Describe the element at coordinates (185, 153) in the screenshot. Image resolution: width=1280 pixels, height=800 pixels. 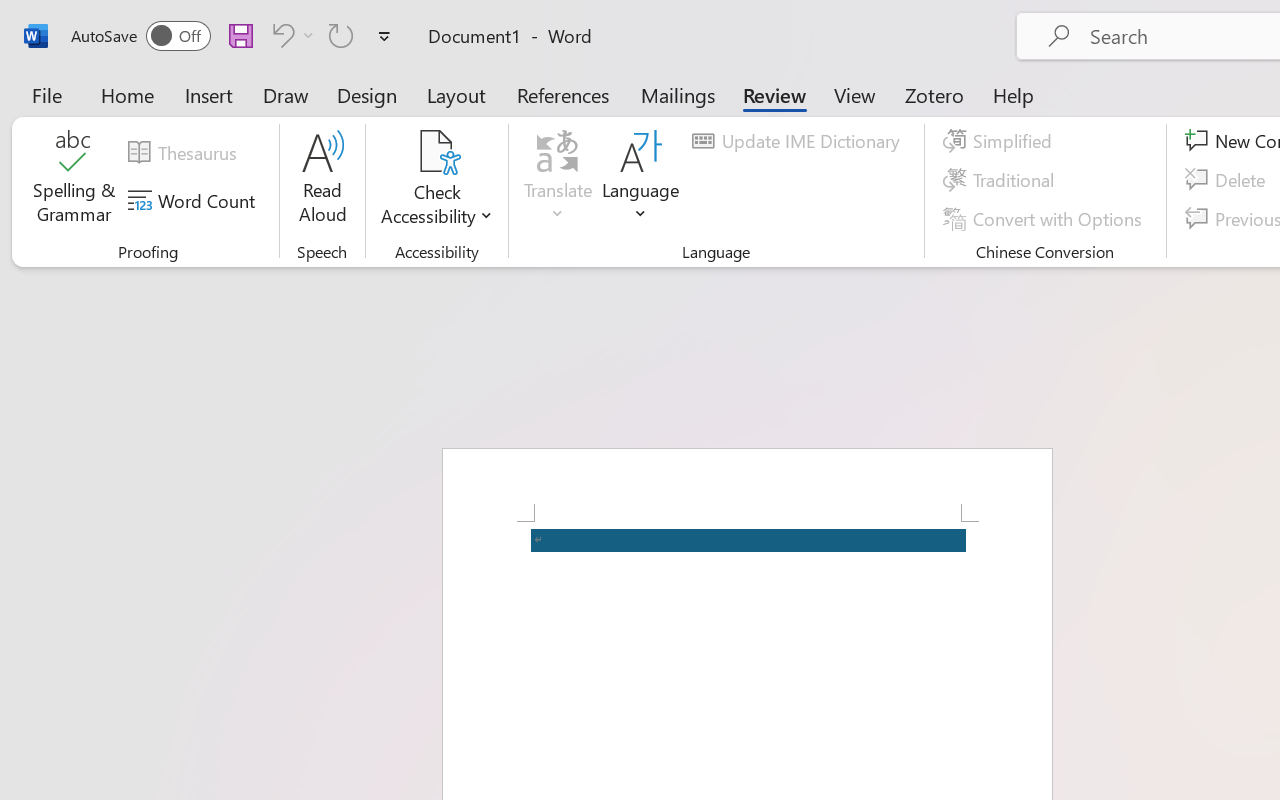
I see `'Thesaurus...'` at that location.